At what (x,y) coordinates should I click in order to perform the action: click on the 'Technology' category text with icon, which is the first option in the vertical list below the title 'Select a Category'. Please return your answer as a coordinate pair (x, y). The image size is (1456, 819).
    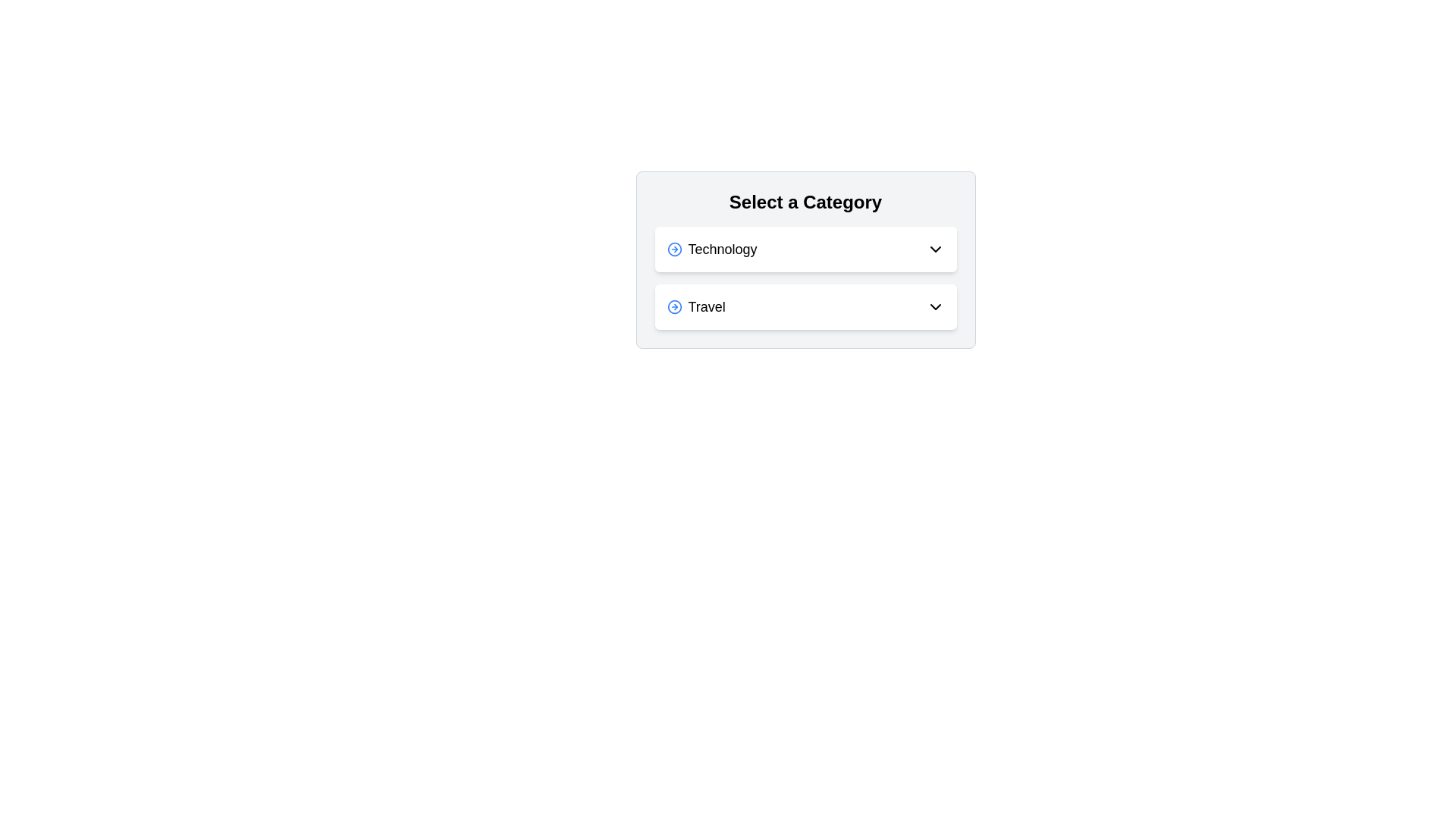
    Looking at the image, I should click on (711, 248).